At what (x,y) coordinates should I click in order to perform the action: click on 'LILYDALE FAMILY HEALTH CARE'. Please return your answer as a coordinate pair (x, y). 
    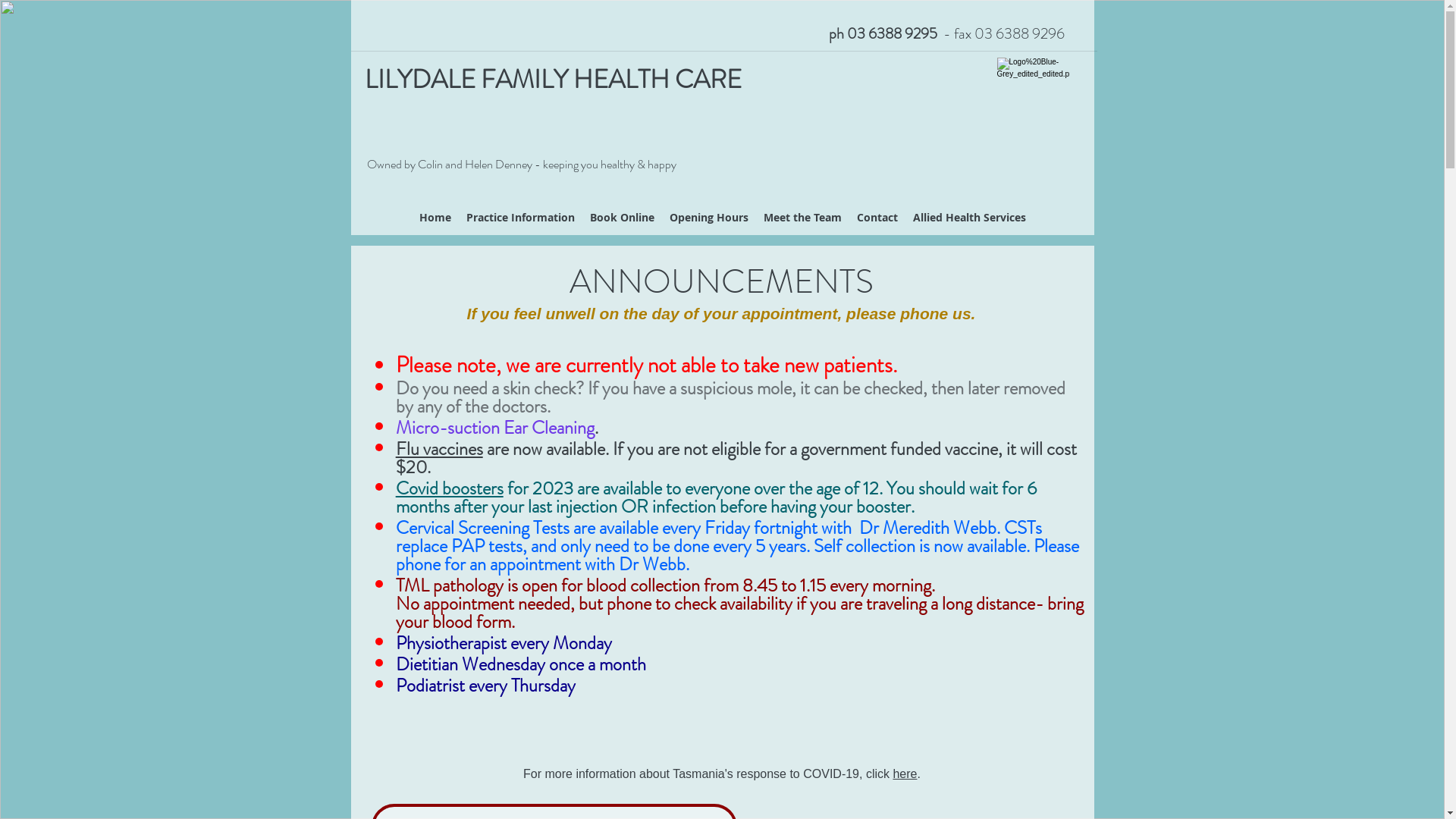
    Looking at the image, I should click on (551, 79).